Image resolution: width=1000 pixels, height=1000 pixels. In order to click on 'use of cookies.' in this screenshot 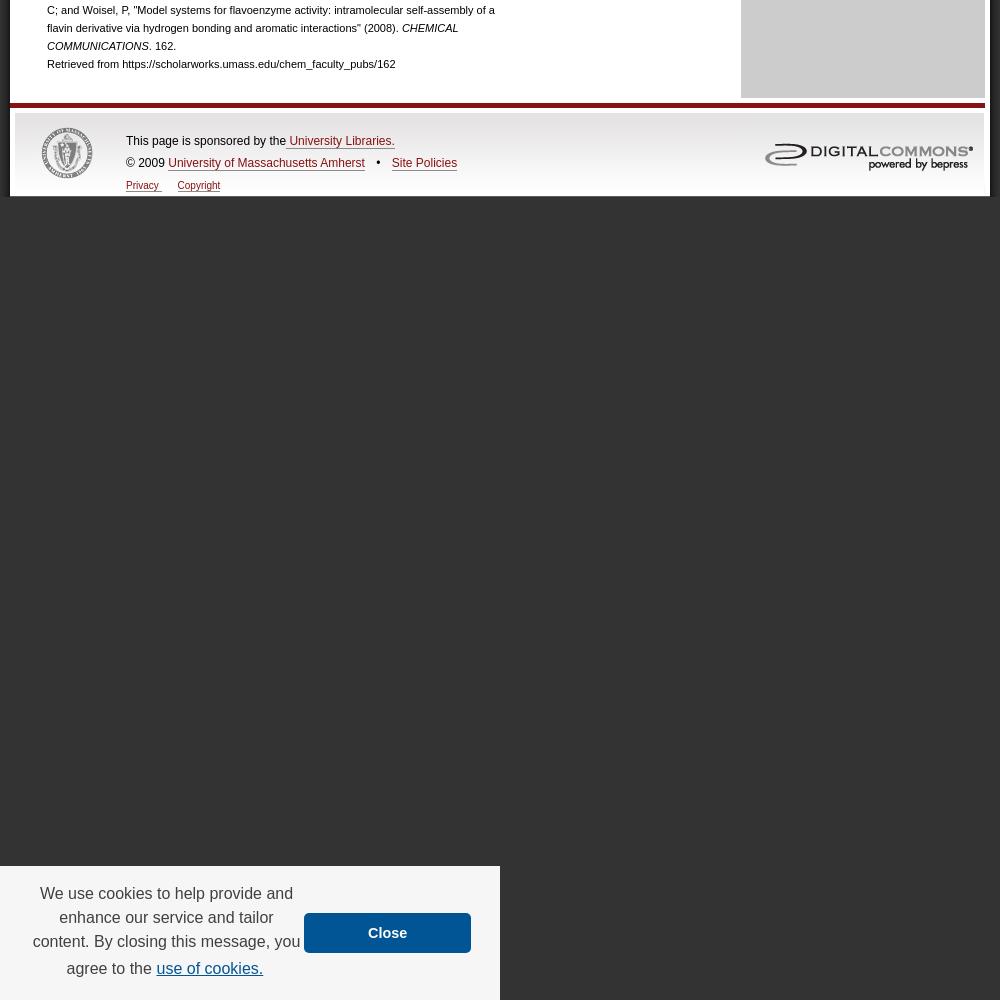, I will do `click(208, 966)`.